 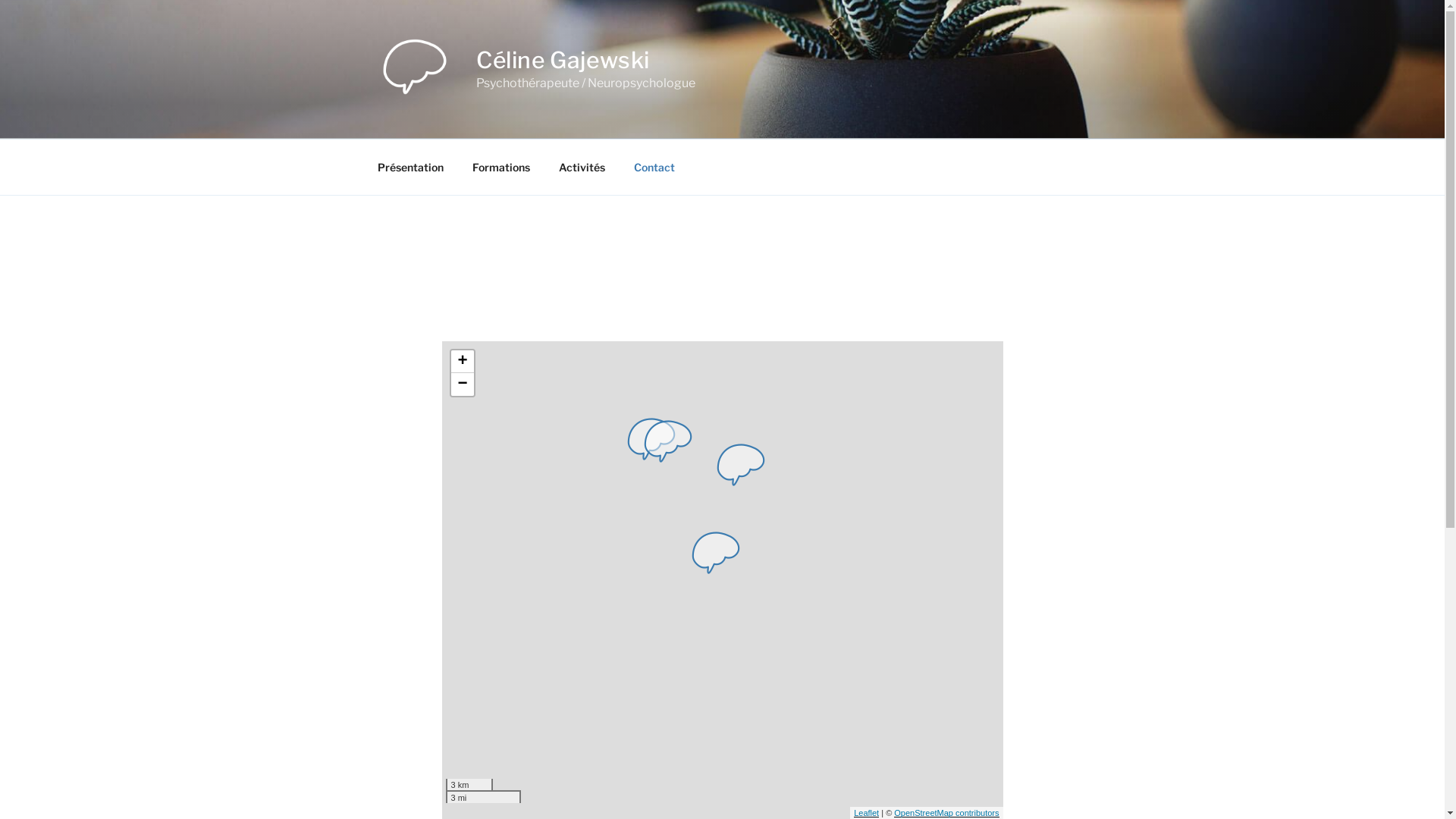 I want to click on 'Leaflet', so click(x=866, y=812).